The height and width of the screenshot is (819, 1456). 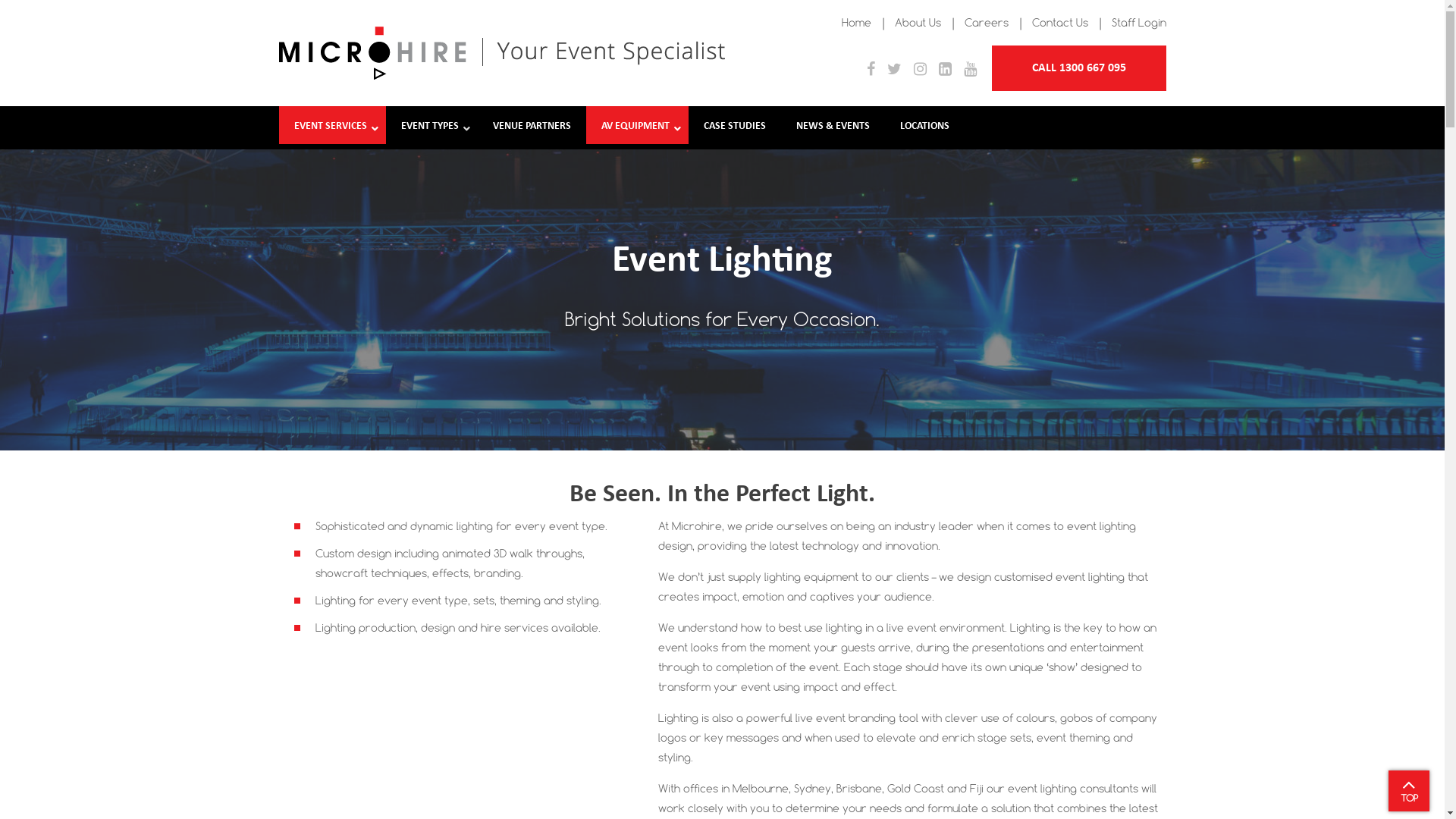 What do you see at coordinates (532, 127) in the screenshot?
I see `'VENUE PARTNERS'` at bounding box center [532, 127].